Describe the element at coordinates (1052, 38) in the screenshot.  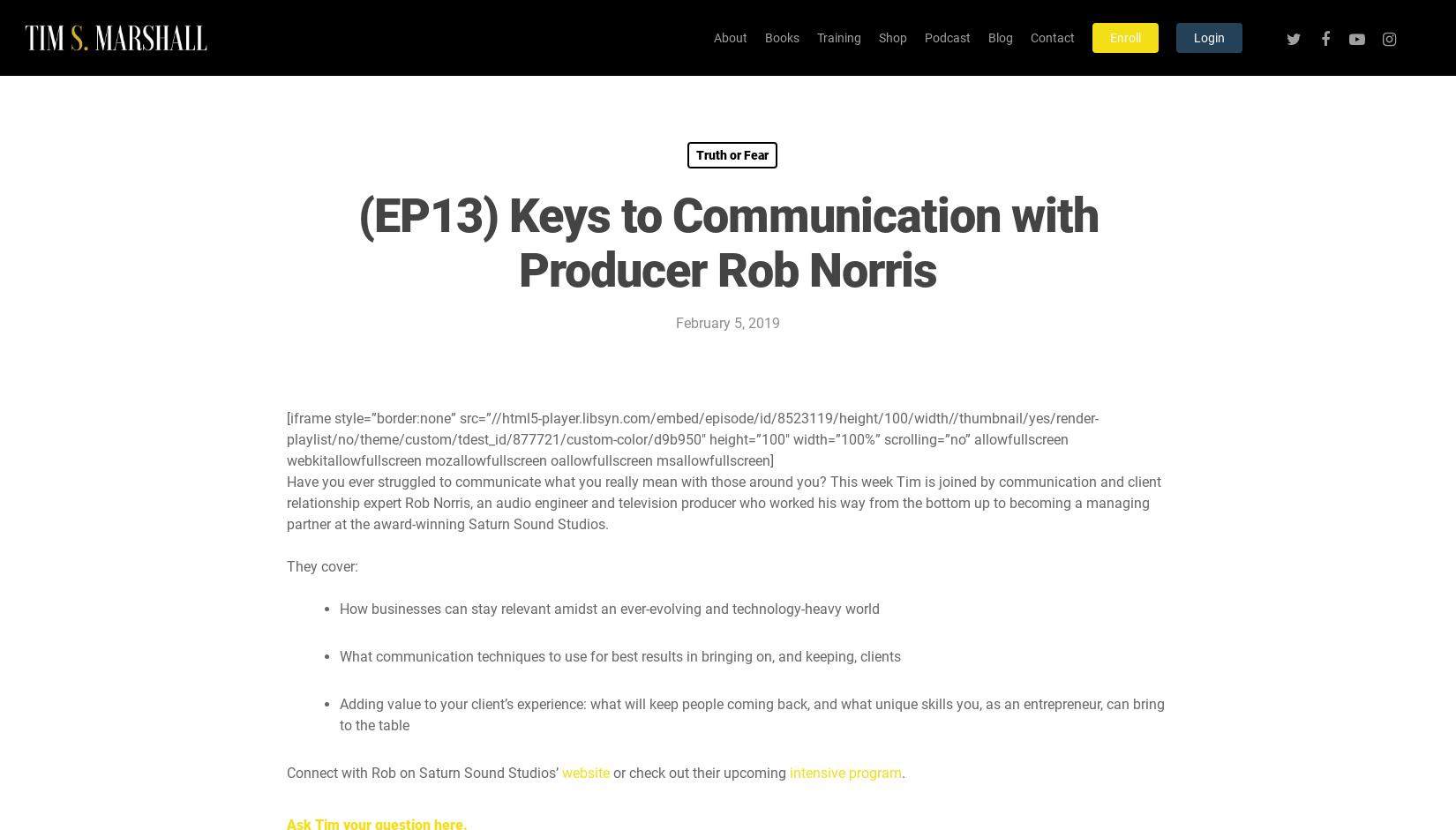
I see `'Contact'` at that location.